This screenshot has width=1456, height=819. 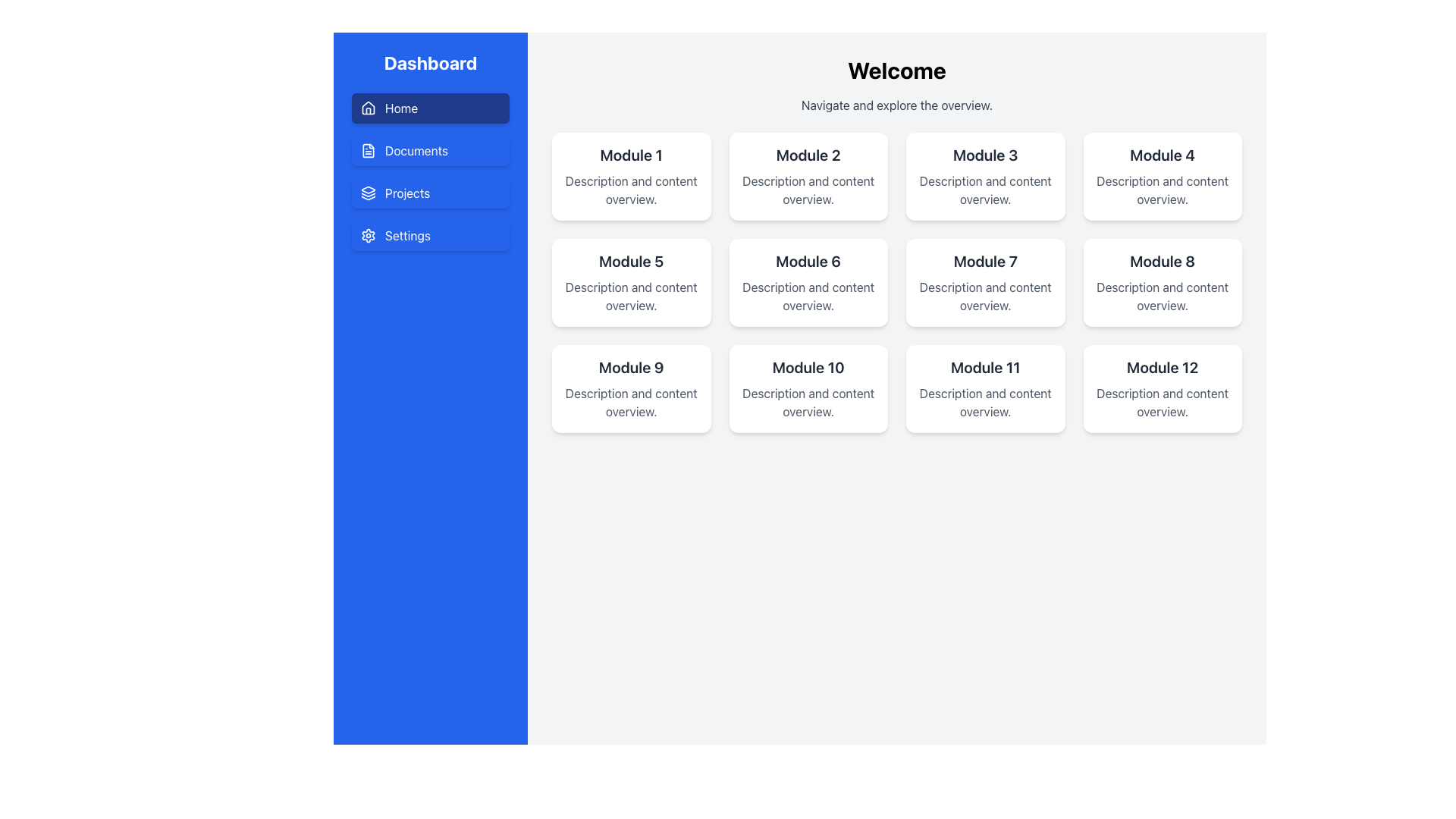 I want to click on the 'Documents' text label in the navigation menu, so click(x=416, y=151).